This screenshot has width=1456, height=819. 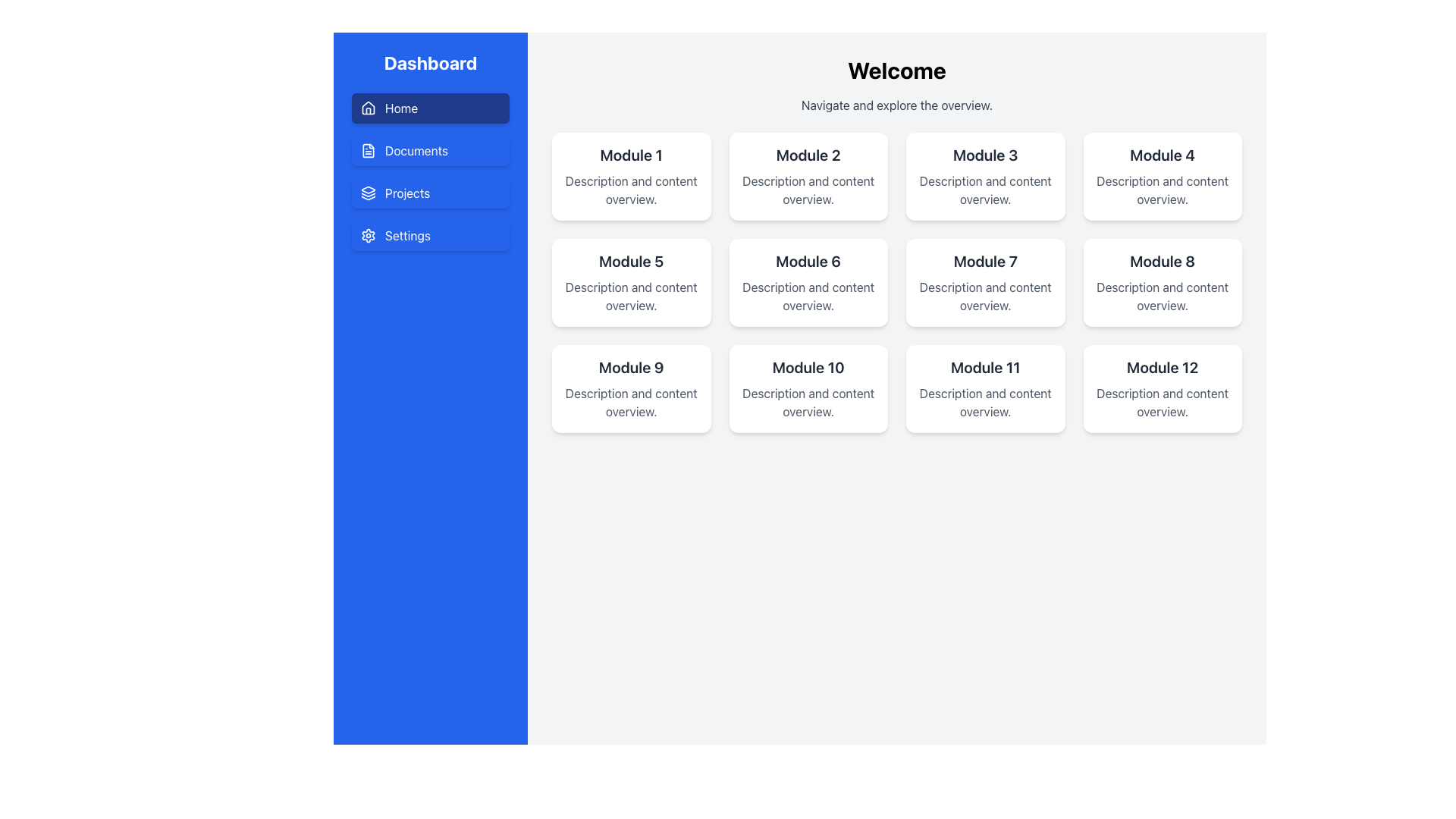 I want to click on the 'Documents' text label in the navigation menu, so click(x=416, y=151).